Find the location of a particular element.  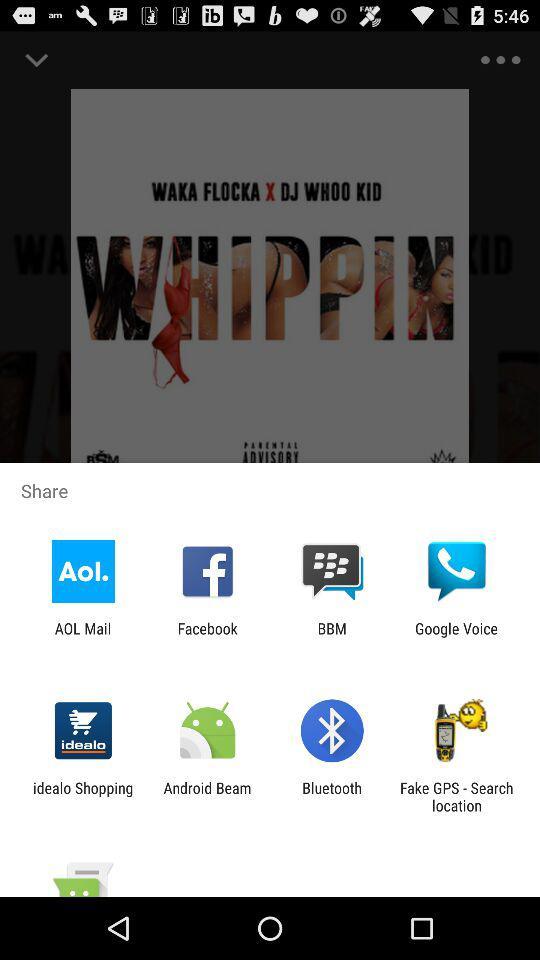

the item next to android beam app is located at coordinates (82, 796).